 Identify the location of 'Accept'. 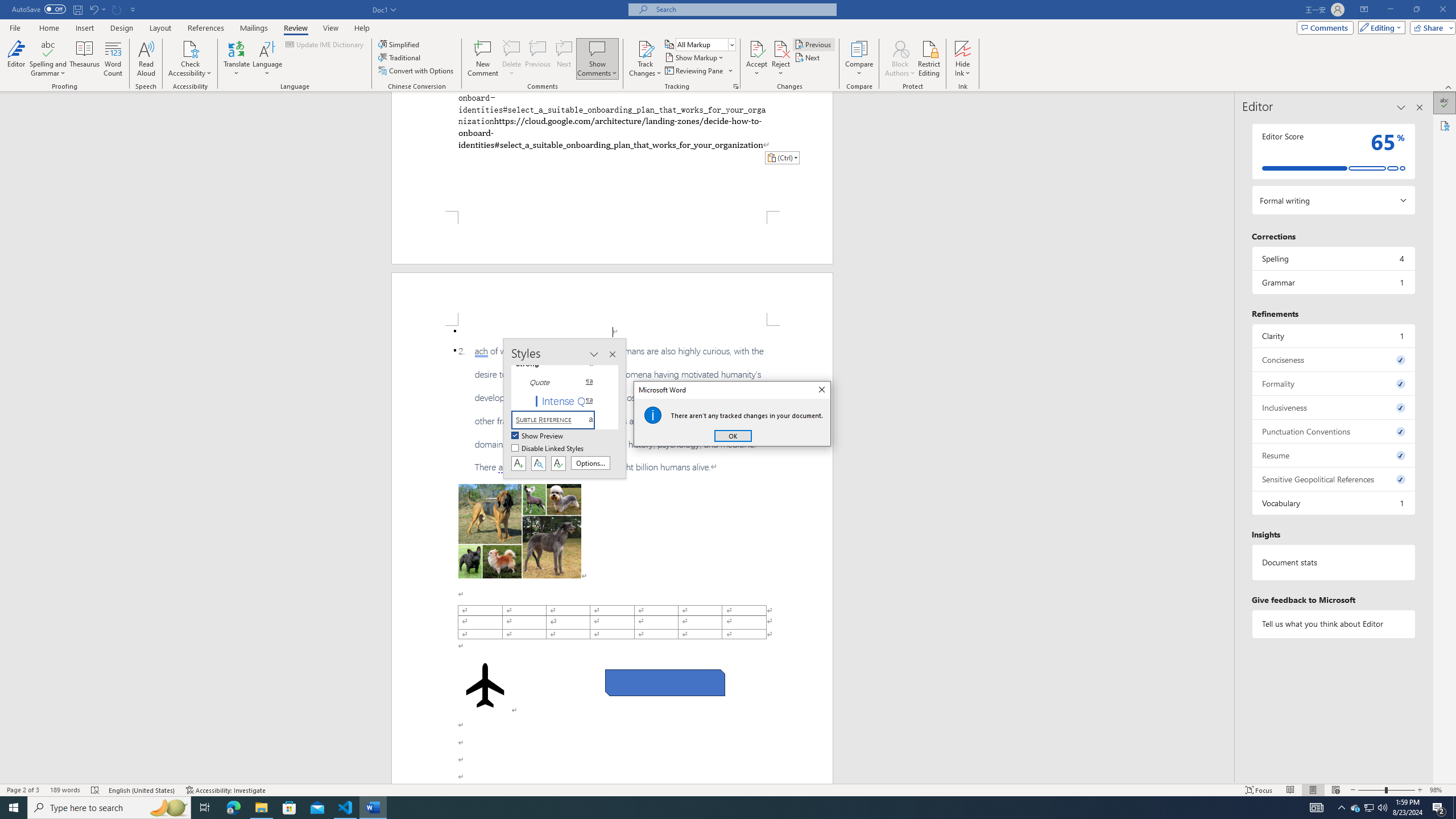
(756, 59).